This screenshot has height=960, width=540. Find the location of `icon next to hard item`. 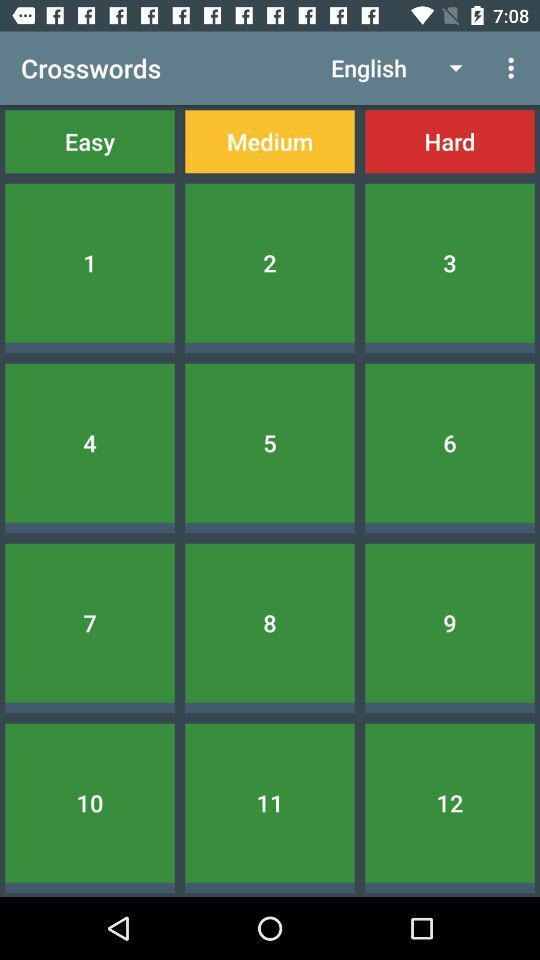

icon next to hard item is located at coordinates (270, 140).